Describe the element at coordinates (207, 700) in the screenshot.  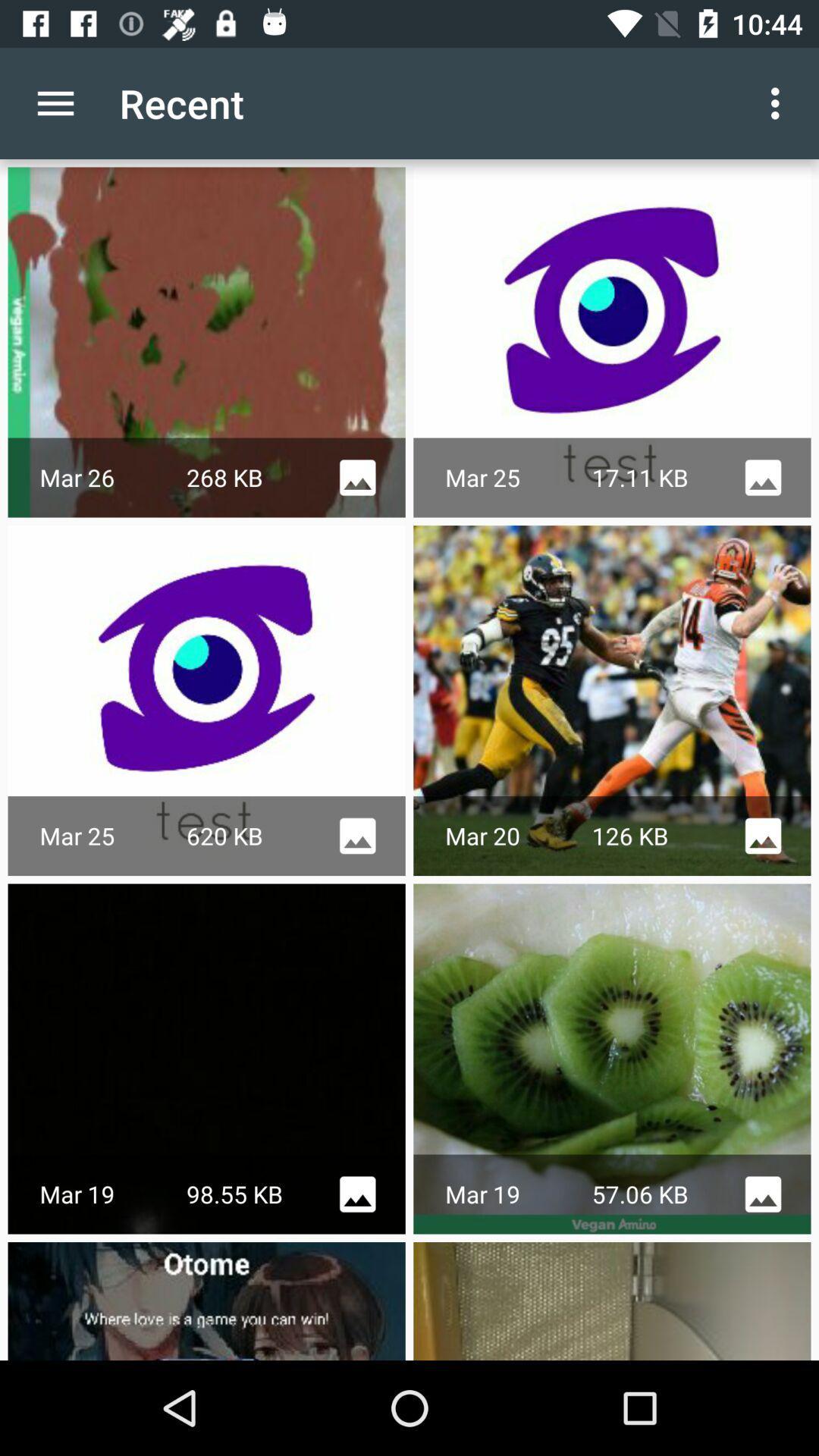
I see `the image below the text mar 26 on the web page` at that location.